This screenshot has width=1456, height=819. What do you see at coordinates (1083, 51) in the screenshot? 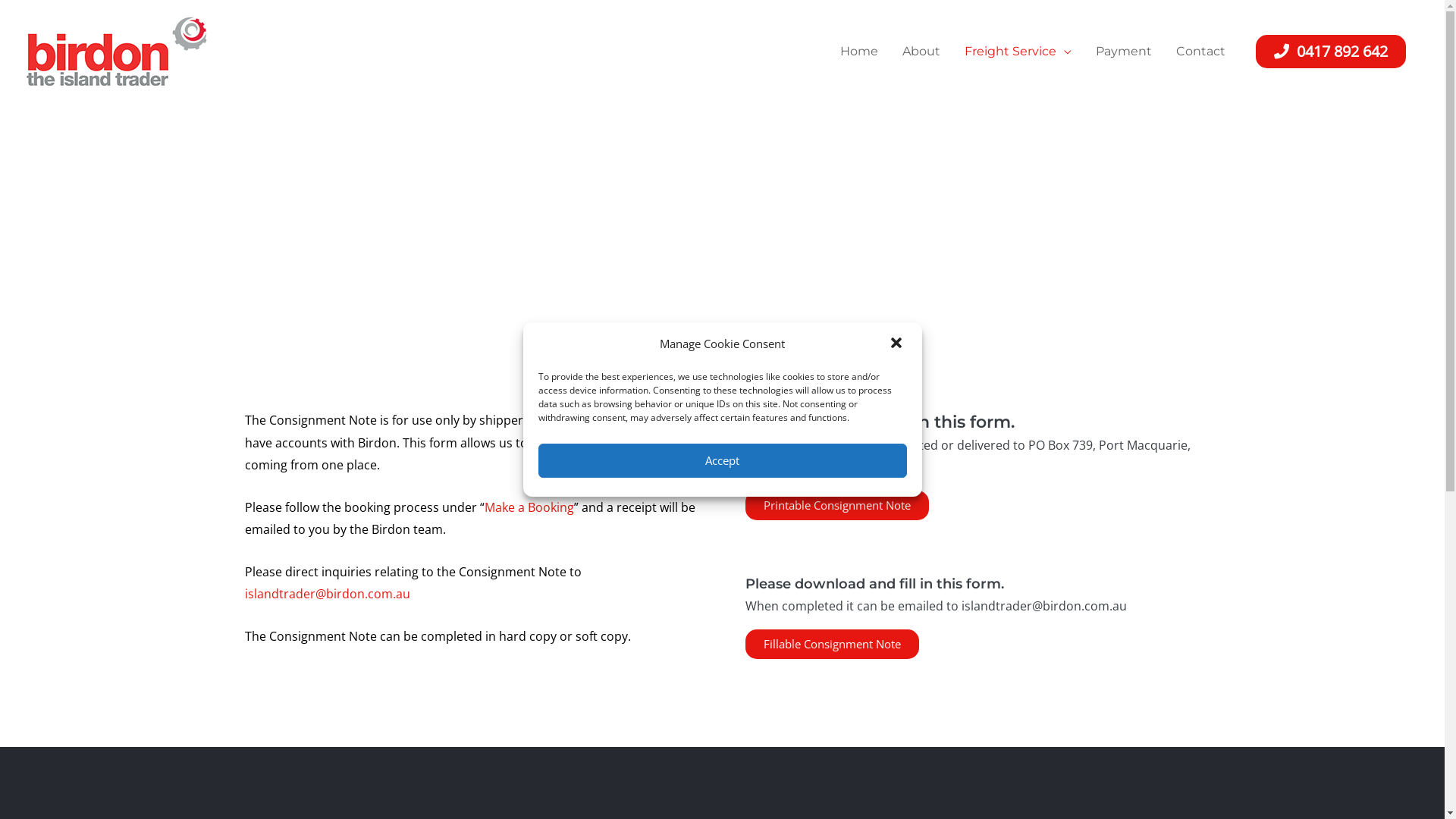
I see `'Payment'` at bounding box center [1083, 51].